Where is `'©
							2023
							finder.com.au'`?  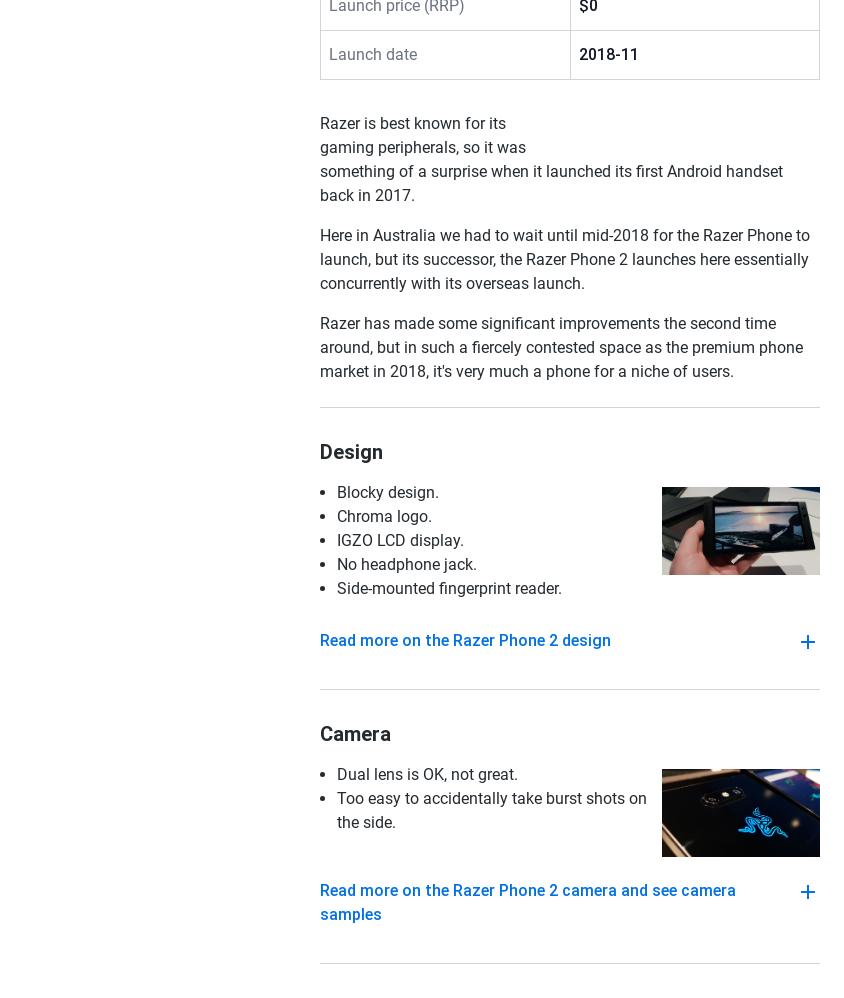
'©
							2023
							finder.com.au' is located at coordinates (690, 553).